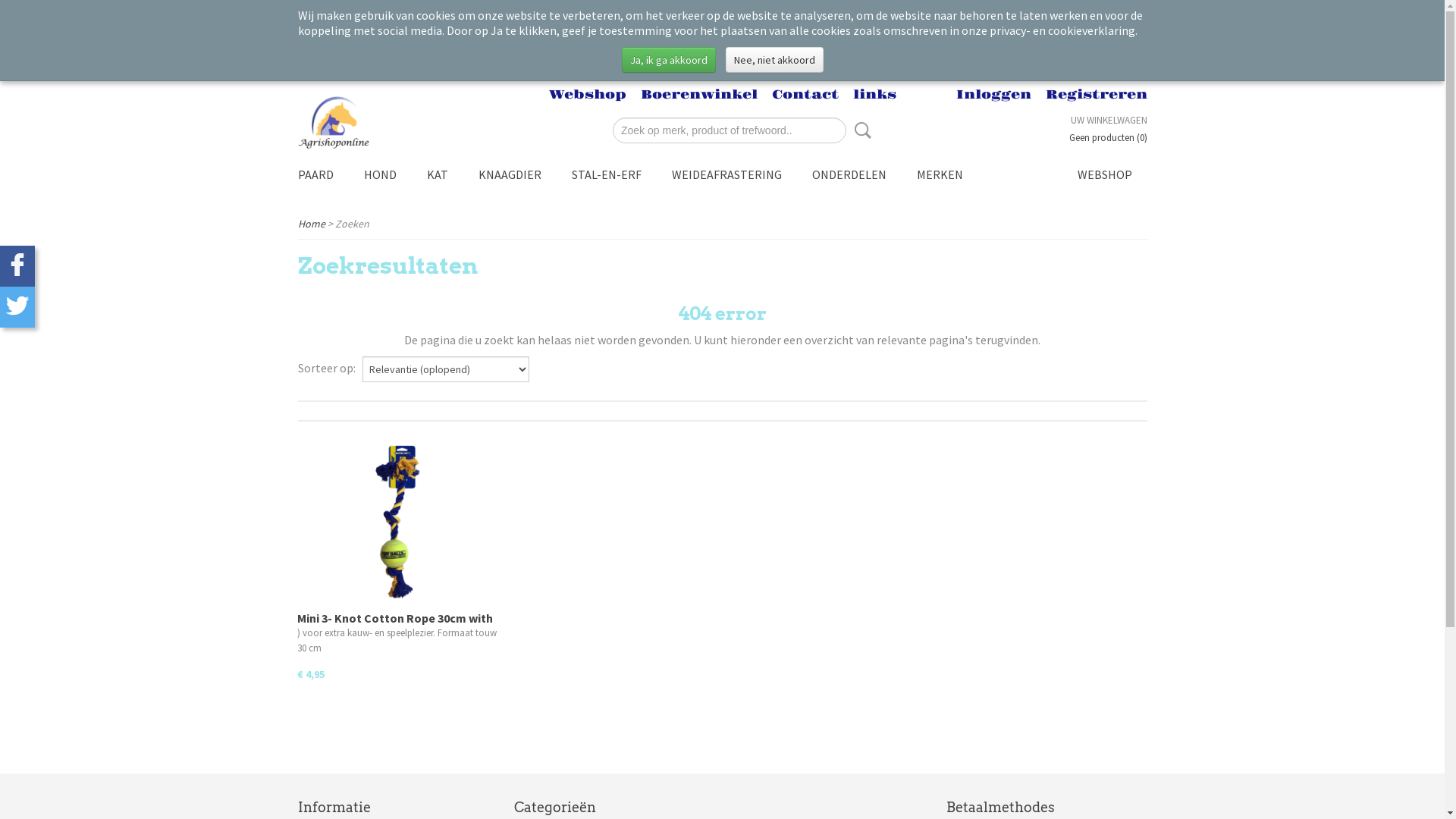  What do you see at coordinates (314, 174) in the screenshot?
I see `'PAARD'` at bounding box center [314, 174].